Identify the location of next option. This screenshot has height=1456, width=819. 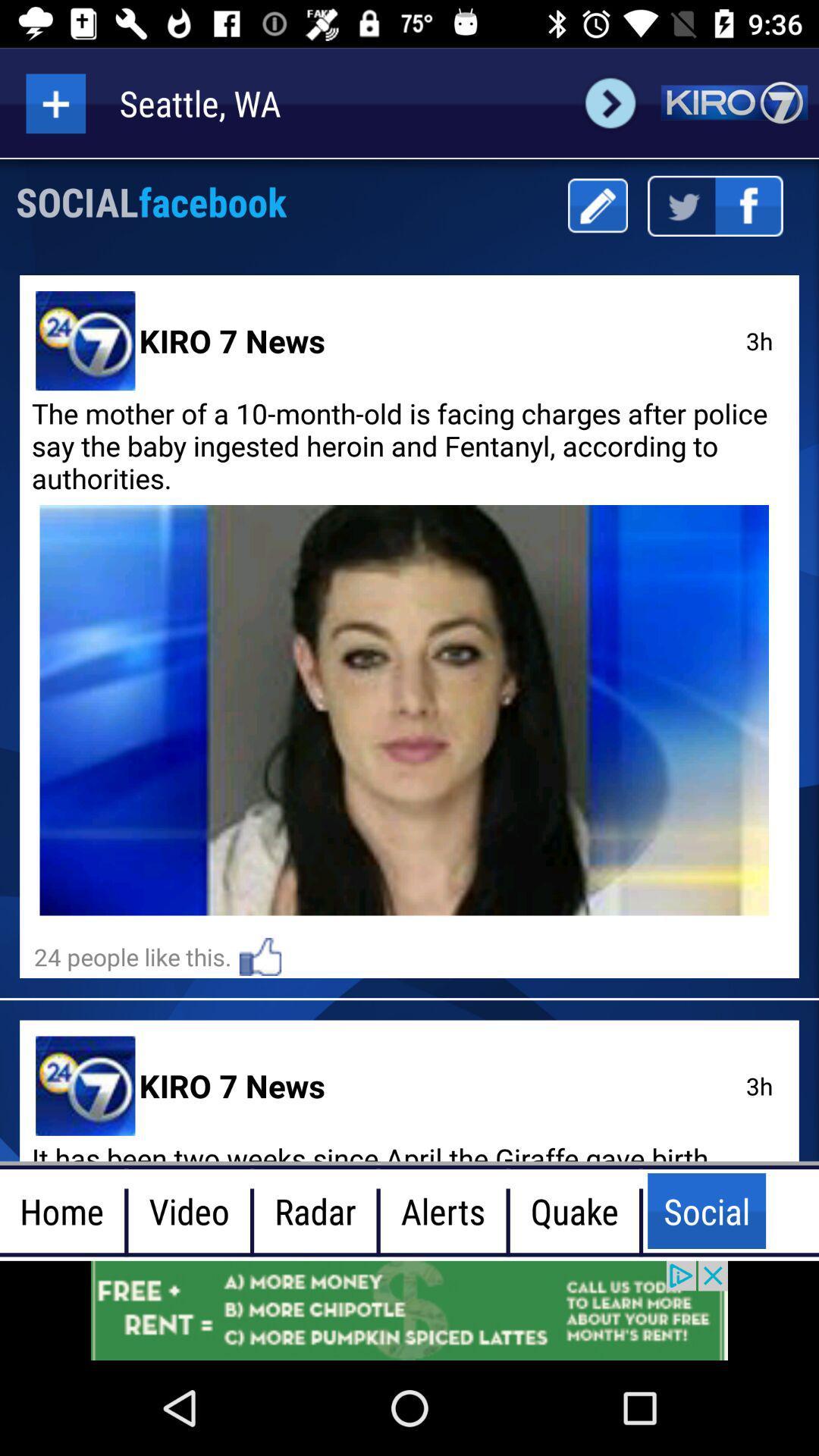
(610, 102).